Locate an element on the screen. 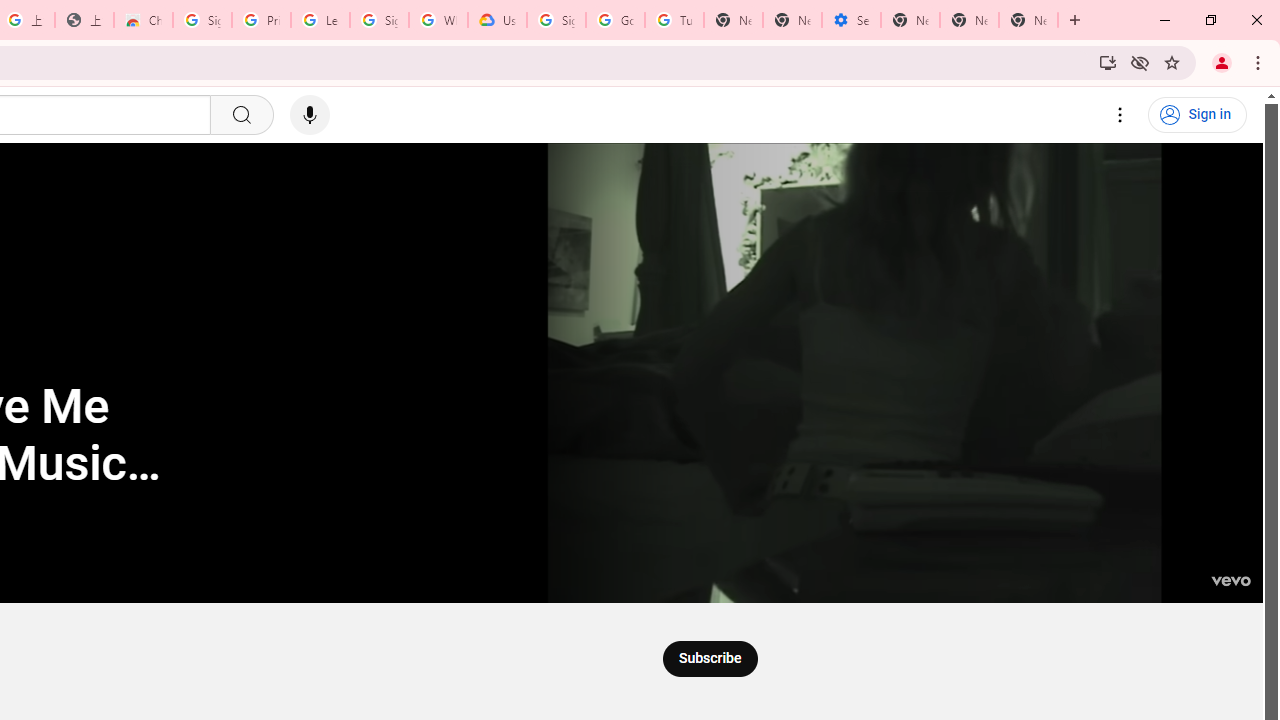 The height and width of the screenshot is (720, 1280). 'Google Account Help' is located at coordinates (614, 20).